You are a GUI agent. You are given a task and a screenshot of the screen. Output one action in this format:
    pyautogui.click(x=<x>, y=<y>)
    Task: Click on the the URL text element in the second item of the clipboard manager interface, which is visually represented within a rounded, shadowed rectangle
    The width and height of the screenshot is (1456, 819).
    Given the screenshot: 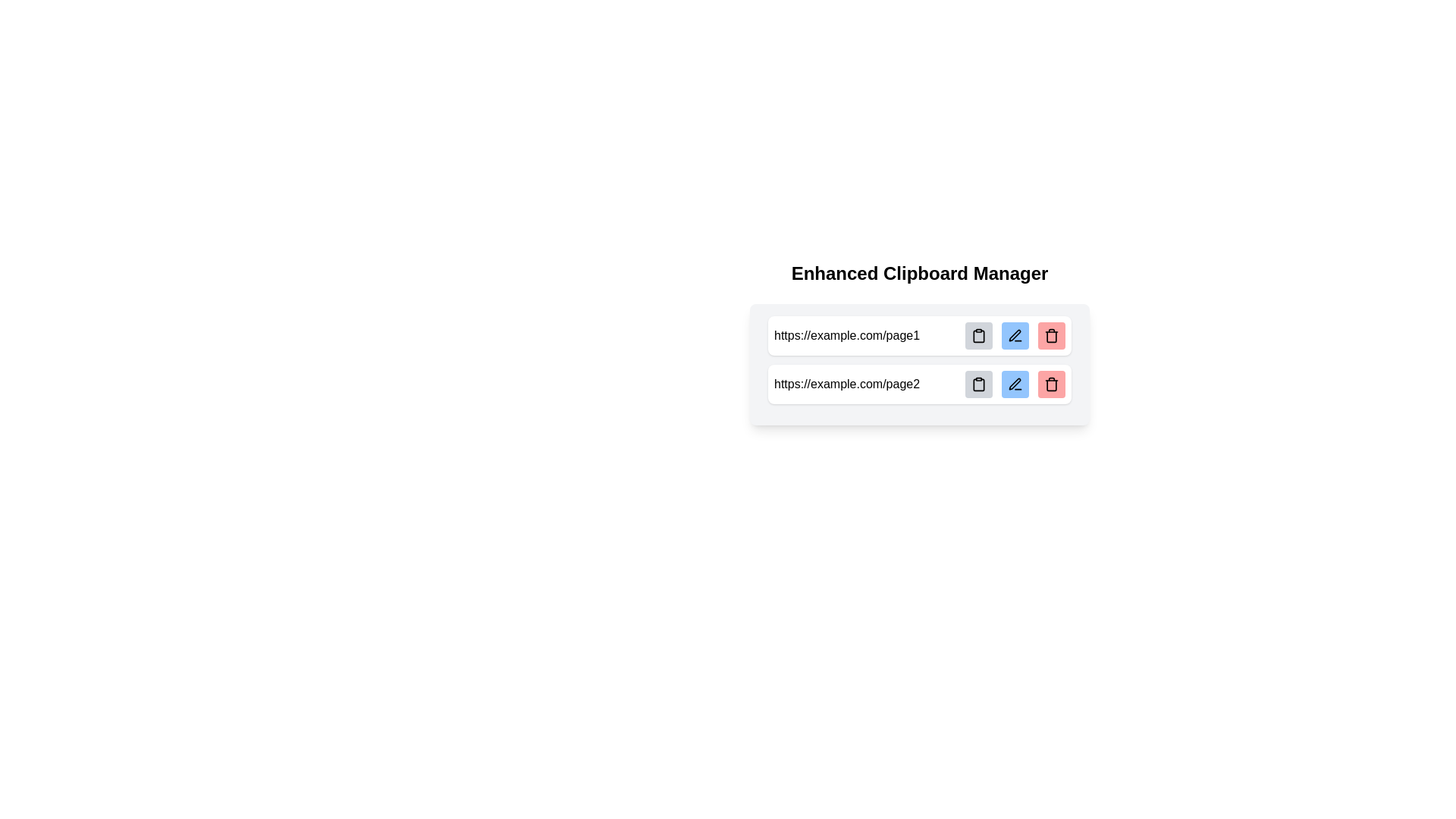 What is the action you would take?
    pyautogui.click(x=846, y=383)
    